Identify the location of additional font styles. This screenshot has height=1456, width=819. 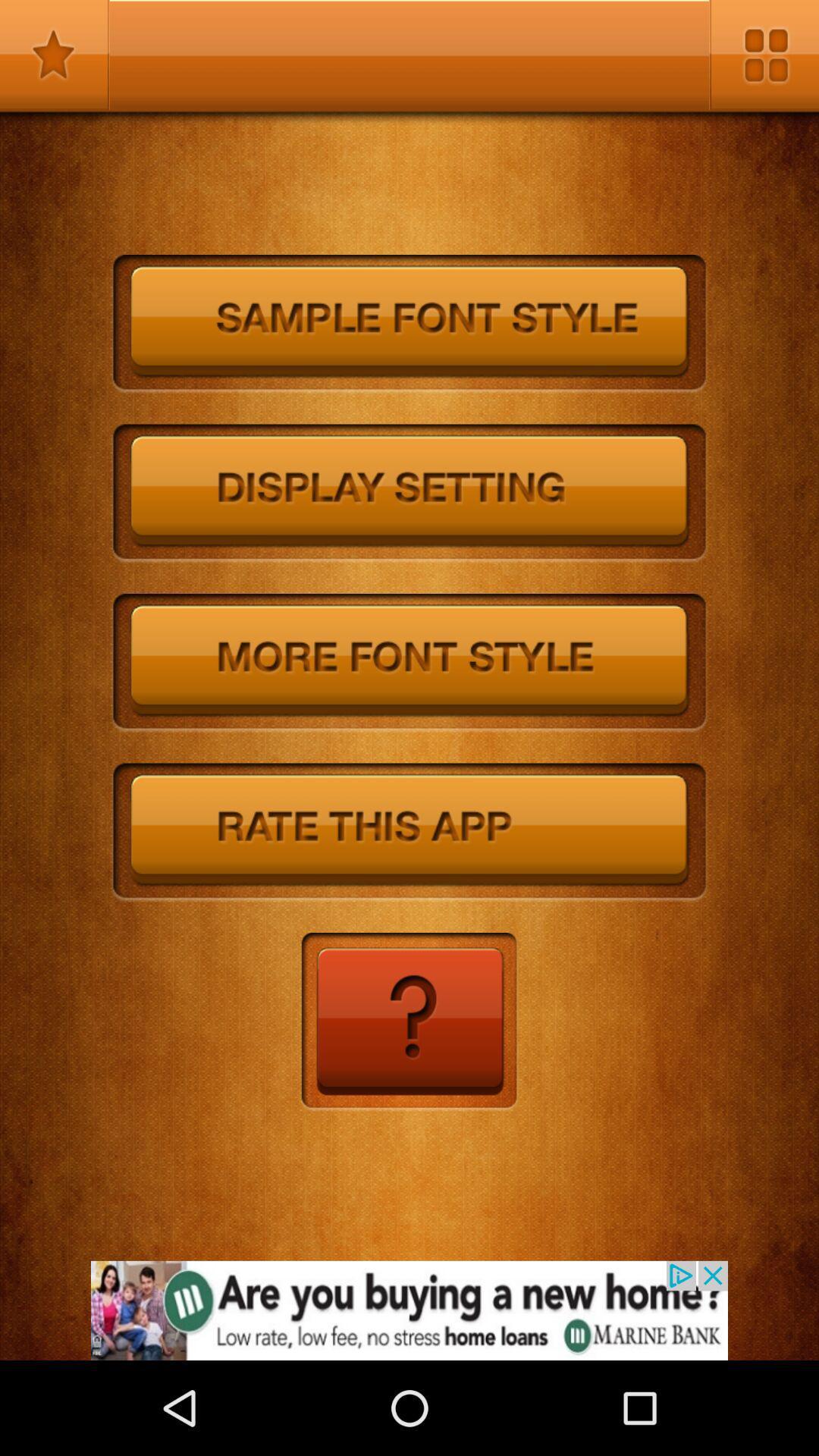
(409, 663).